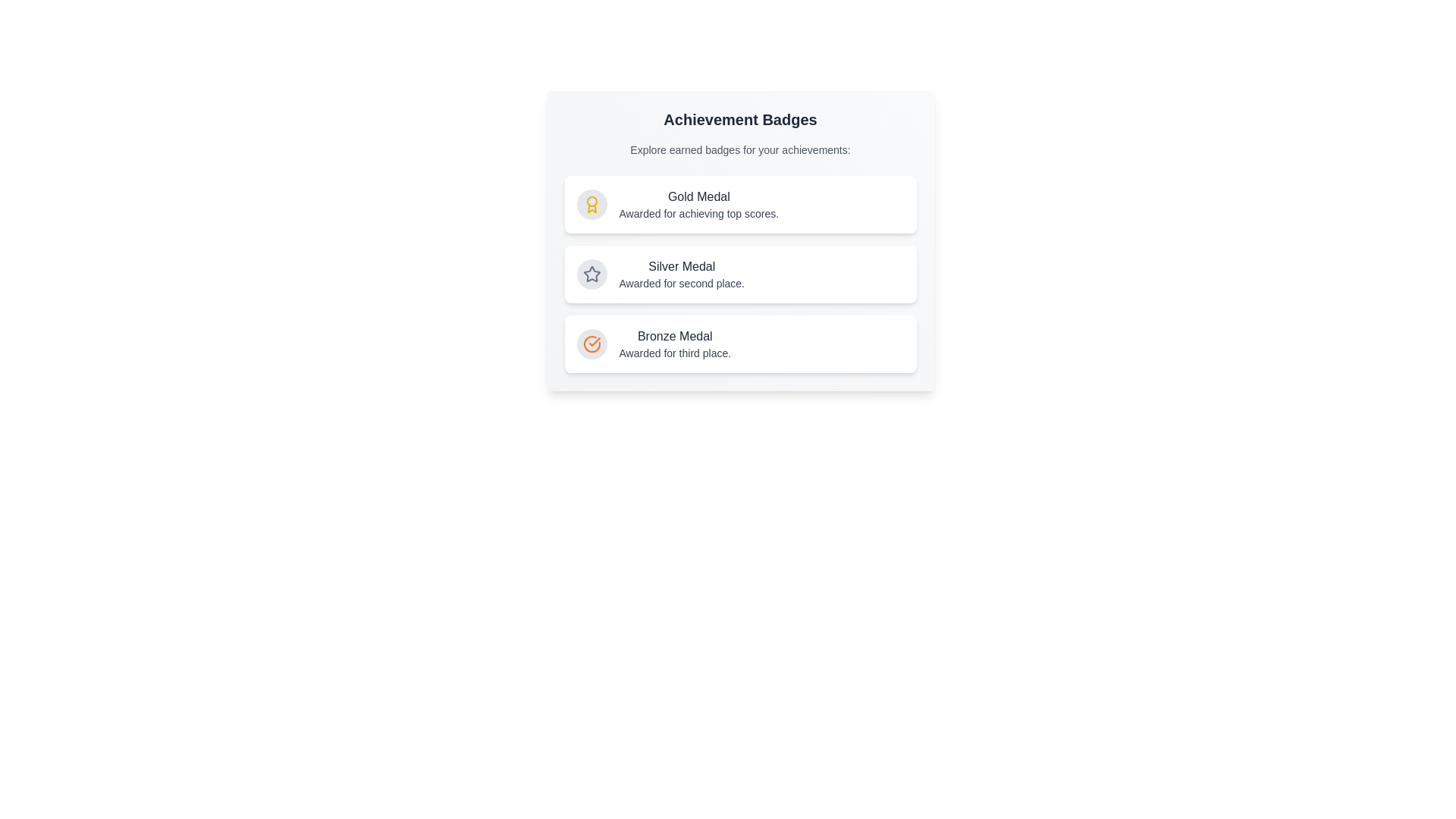 This screenshot has width=1456, height=819. What do you see at coordinates (591, 274) in the screenshot?
I see `the star-shaped icon representing the 'Silver Medal' entry in the vertical list of achievement badges` at bounding box center [591, 274].